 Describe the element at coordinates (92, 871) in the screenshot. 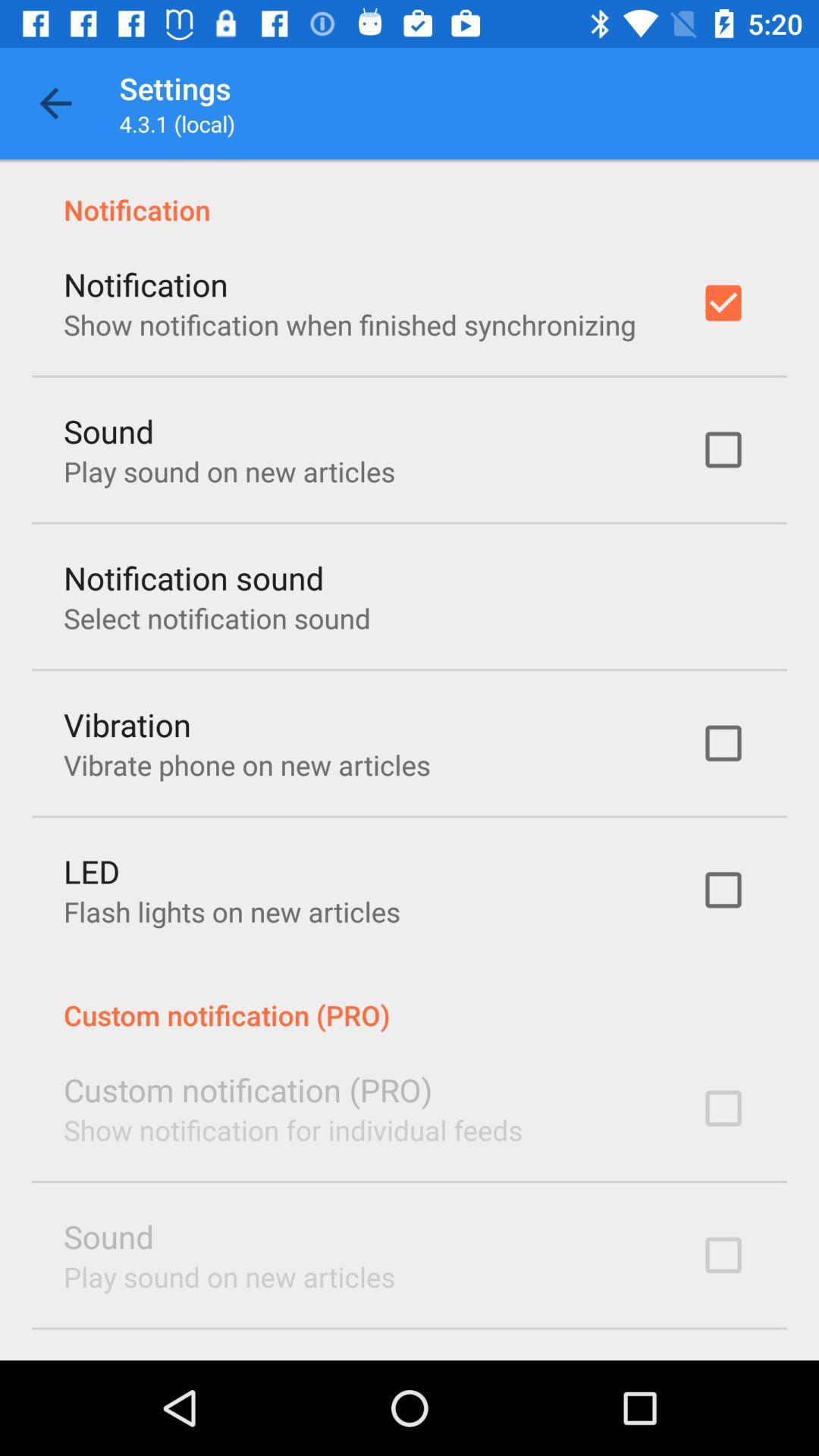

I see `the led icon` at that location.